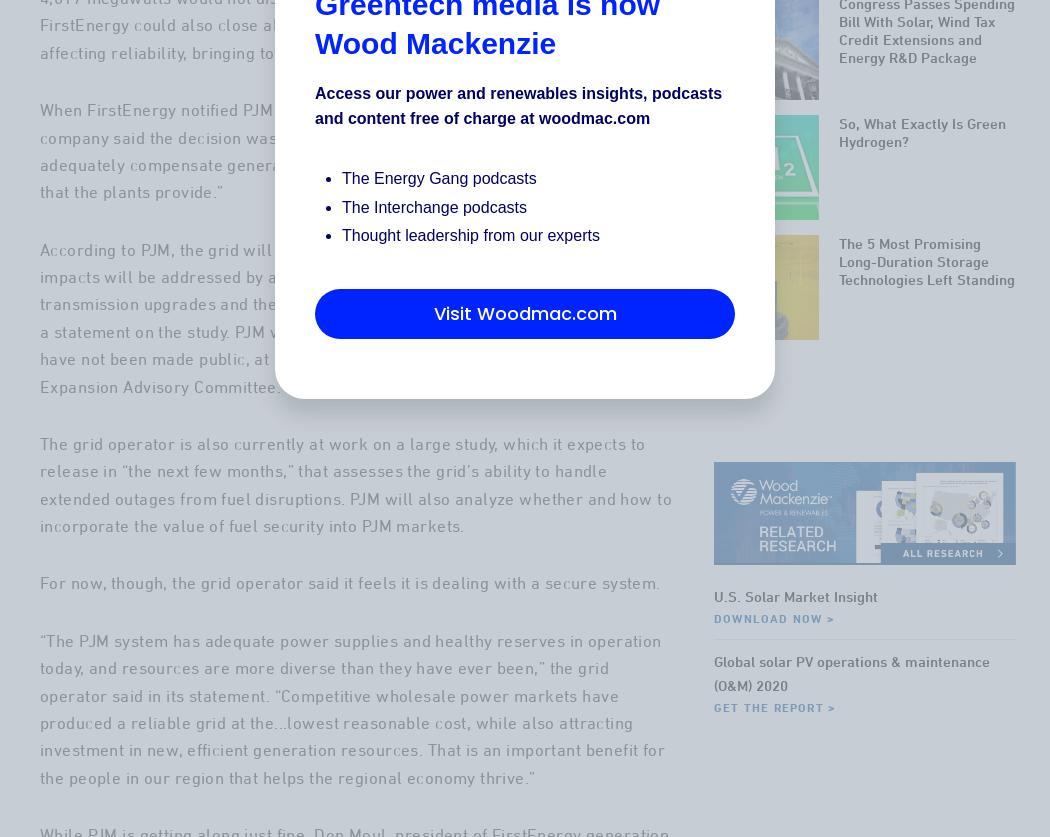 This screenshot has width=1050, height=837. Describe the element at coordinates (39, 230) in the screenshot. I see `'of its plans to close the plants, the company said the decision was “due to a market environment that fails to adequately compensate generators for the resiliency and fuel-security attributes that the plants provide.”'` at that location.